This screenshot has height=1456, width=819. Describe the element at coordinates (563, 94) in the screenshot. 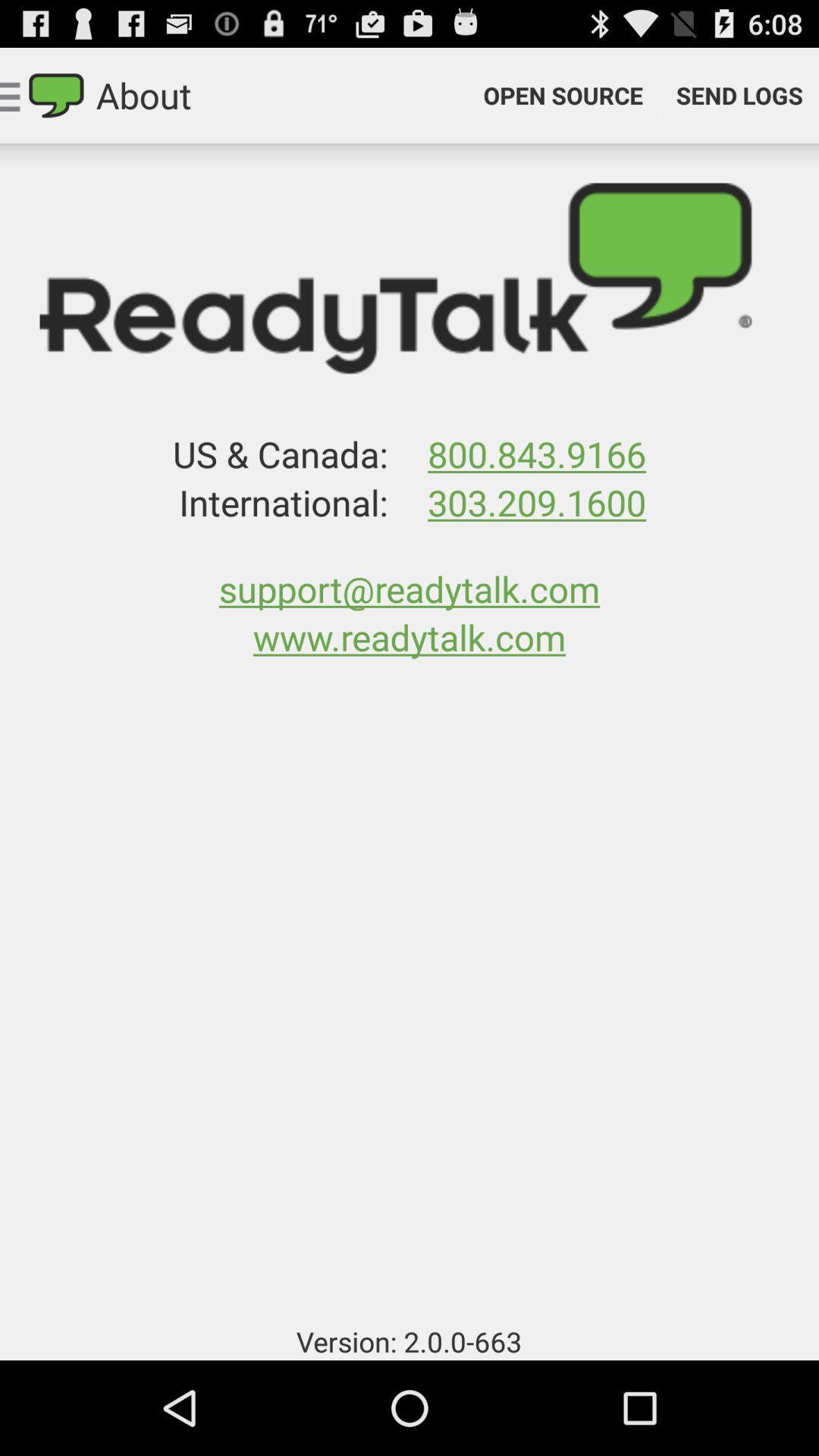

I see `the item to the left of send logs item` at that location.